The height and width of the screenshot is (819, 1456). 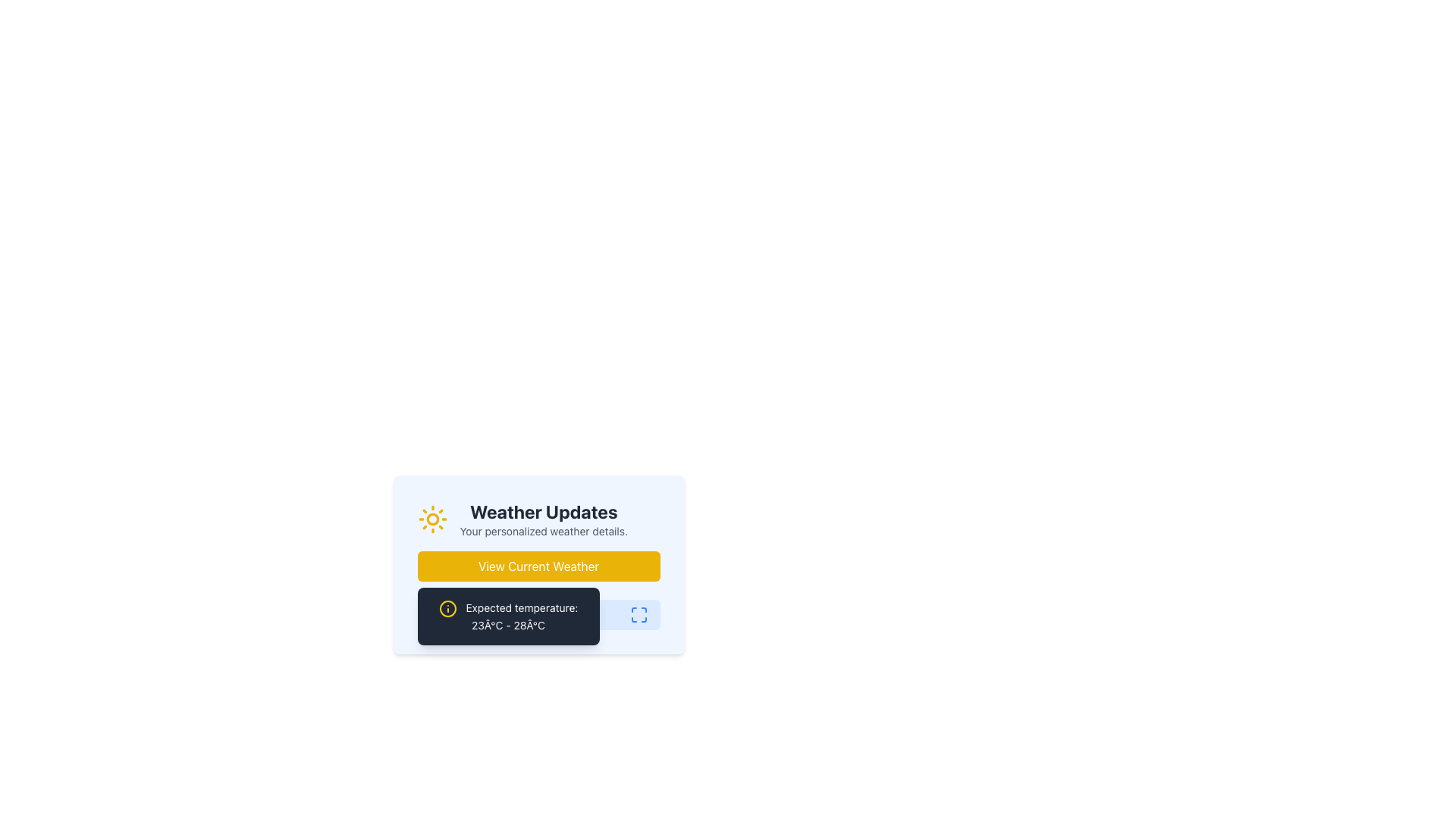 What do you see at coordinates (431, 519) in the screenshot?
I see `the yellow sun icon, which is the leftmost item in the weather information card, positioned directly to the left of the 'Weather Updates' heading` at bounding box center [431, 519].